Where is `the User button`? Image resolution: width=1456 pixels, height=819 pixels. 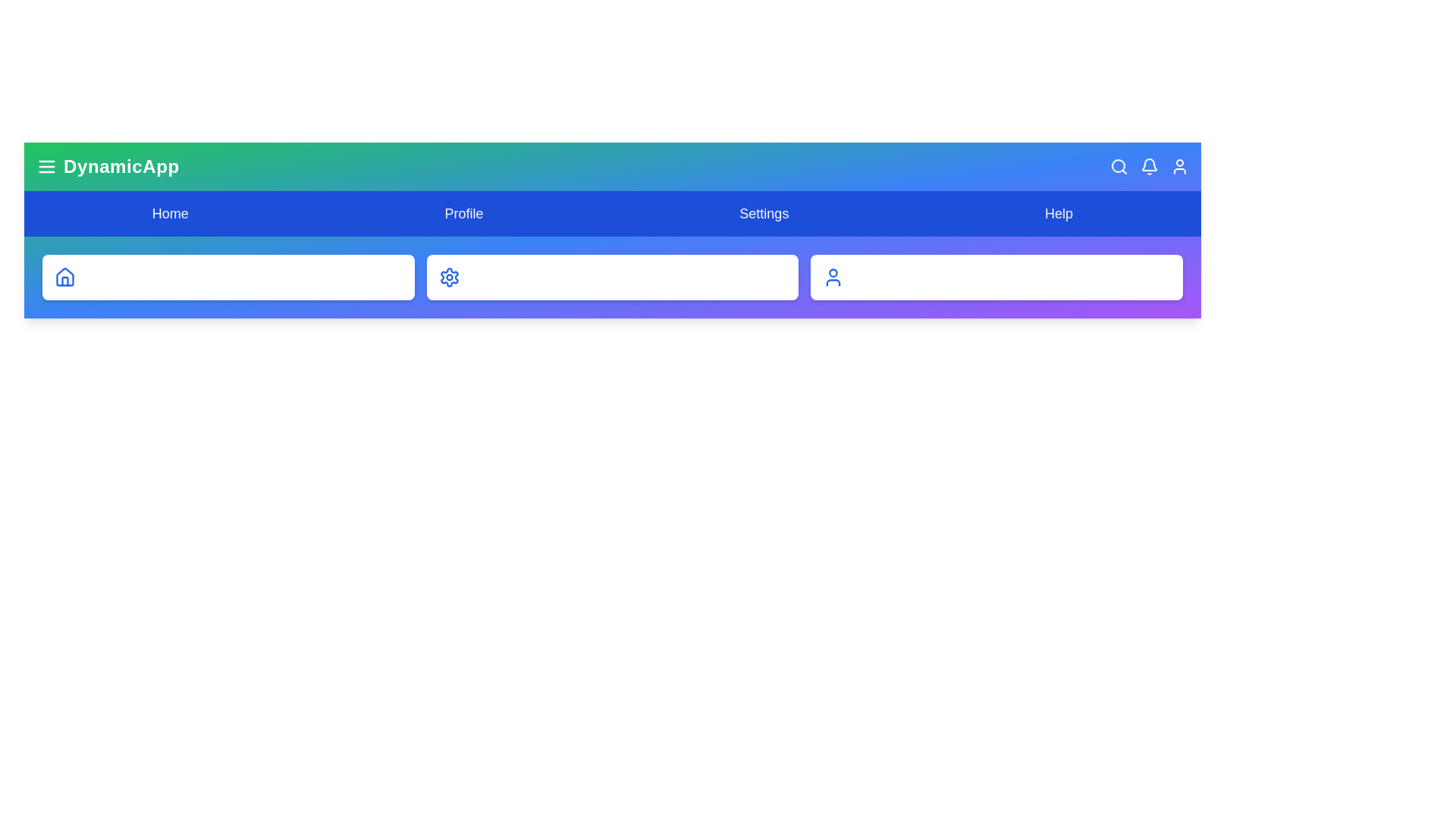
the User button is located at coordinates (1178, 166).